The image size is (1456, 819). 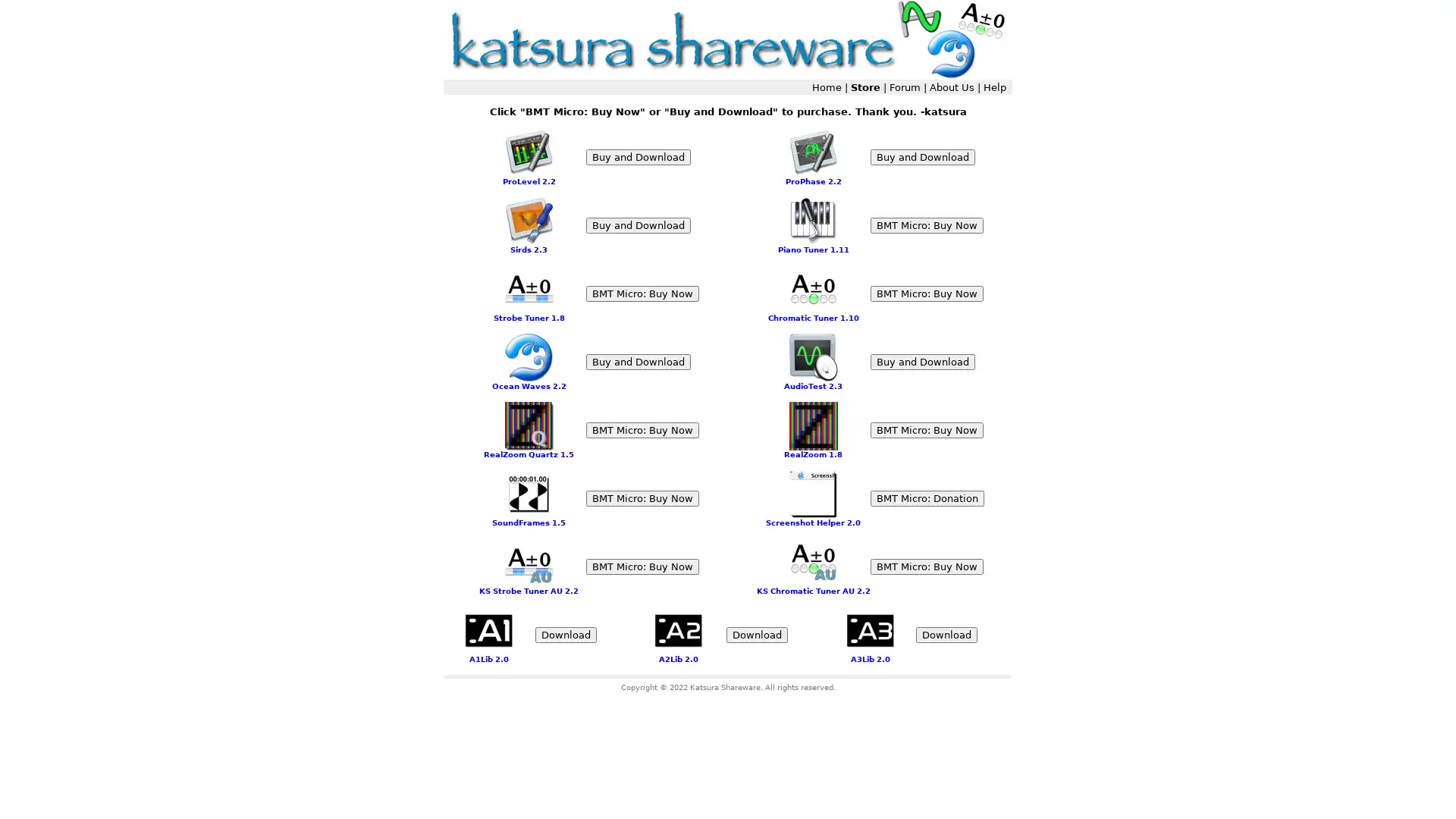 What do you see at coordinates (637, 157) in the screenshot?
I see `Buy and Download` at bounding box center [637, 157].